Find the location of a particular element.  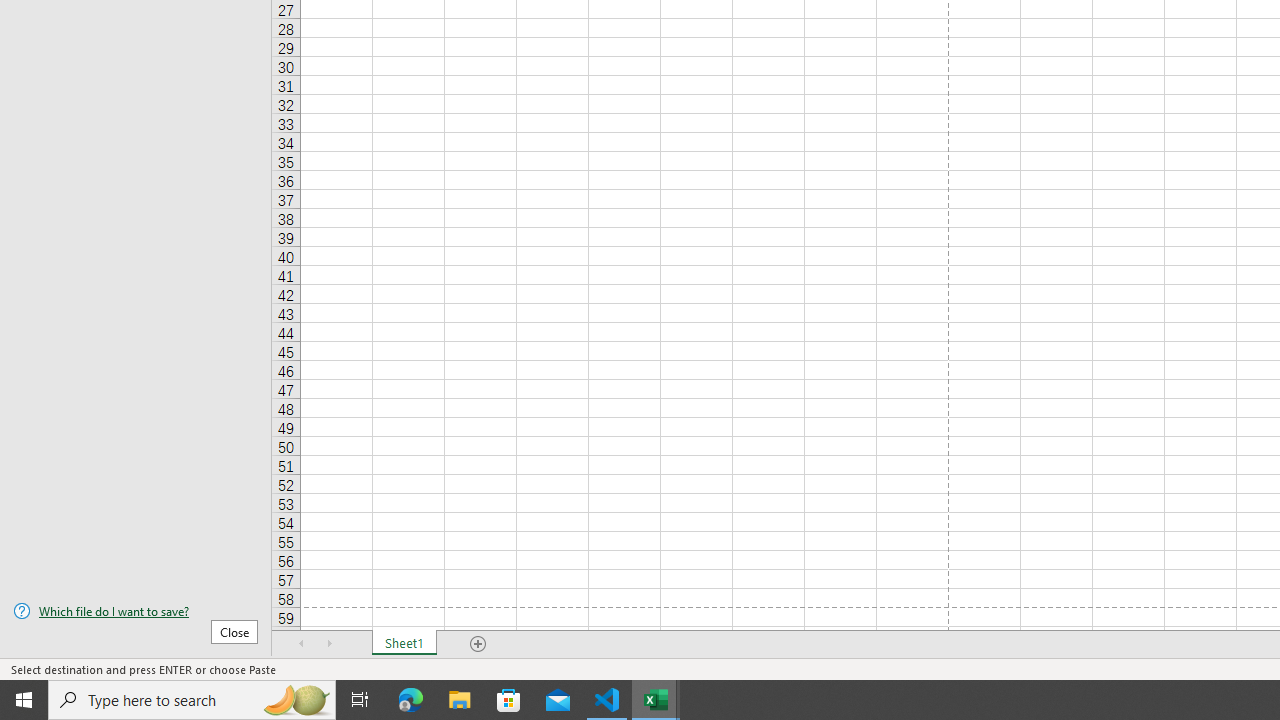

'Which file do I want to save?' is located at coordinates (135, 610).